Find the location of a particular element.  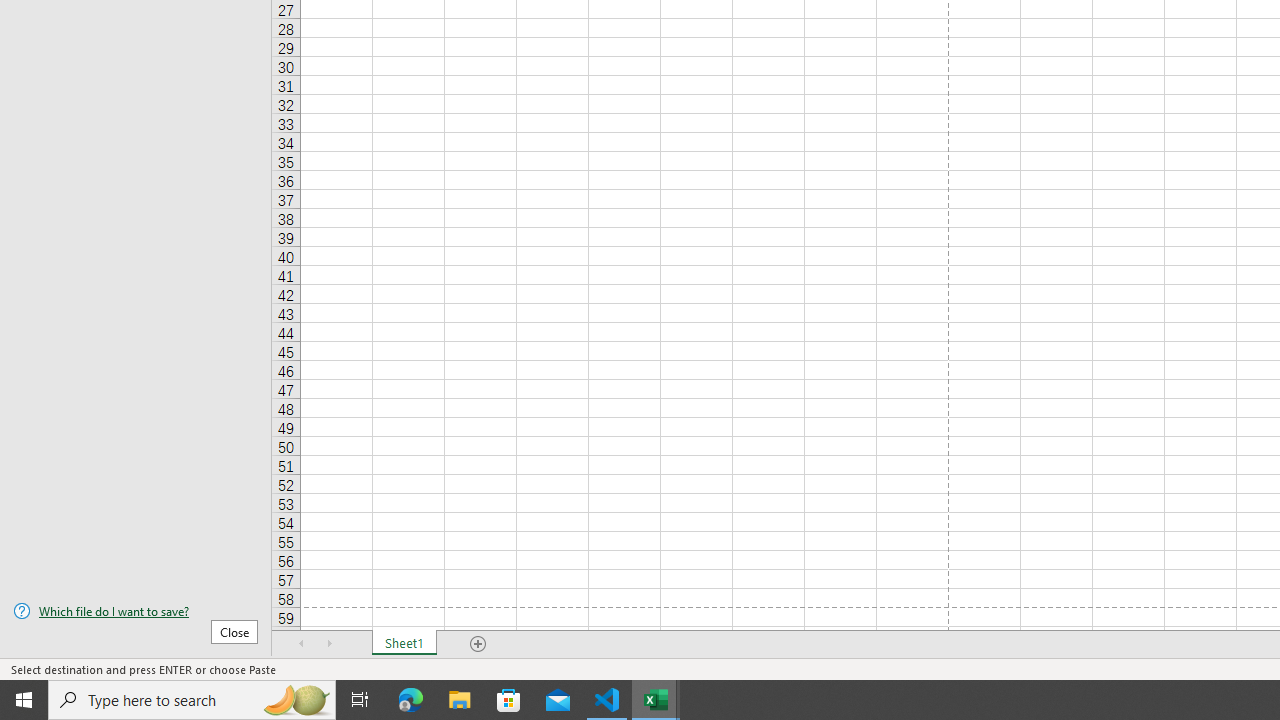

'Which file do I want to save?' is located at coordinates (135, 610).